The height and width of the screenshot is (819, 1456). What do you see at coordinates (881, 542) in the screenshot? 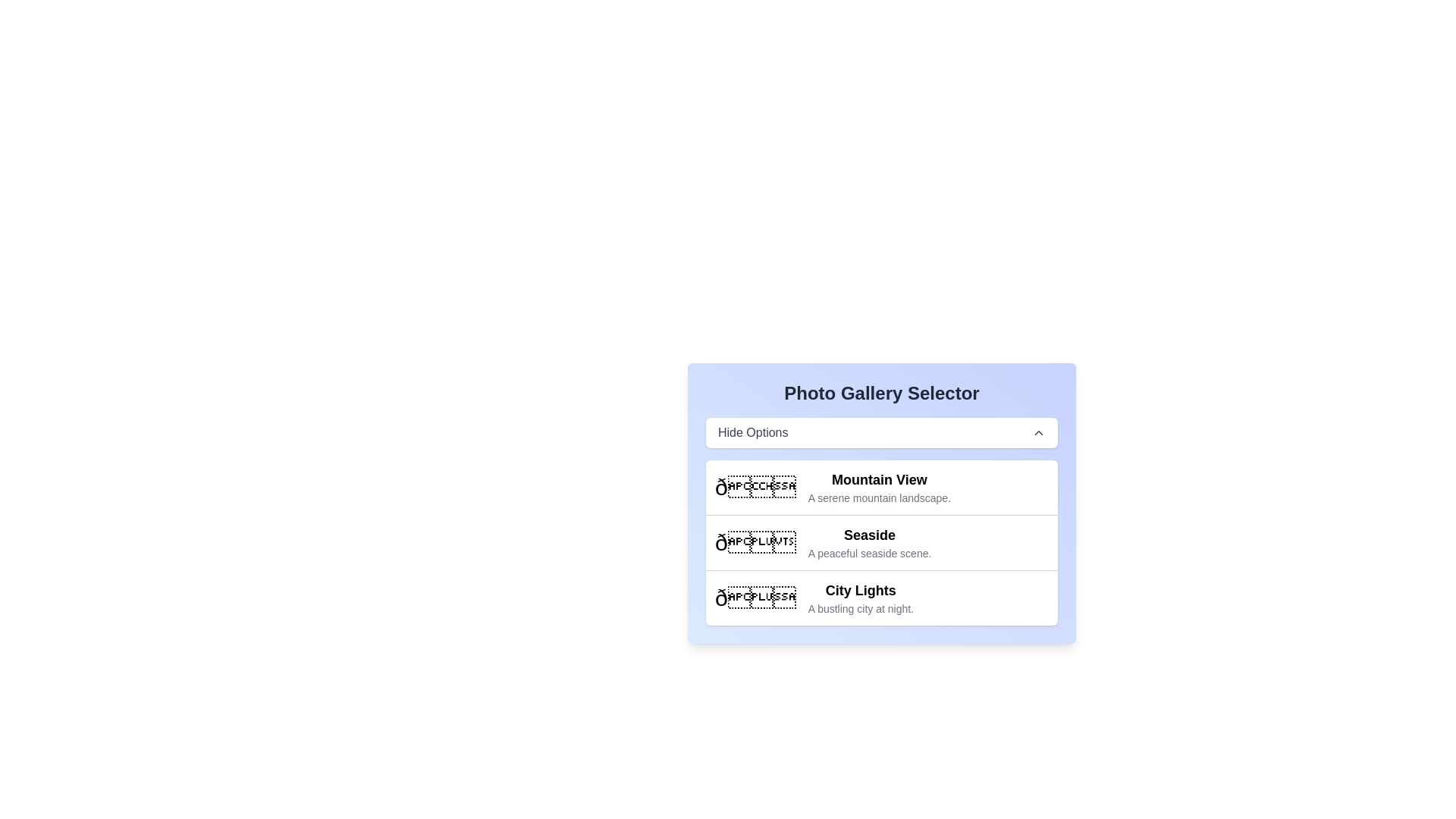
I see `the selectable card component representing a seaside scene, which is the middle card in a vertical stack of three cards under the 'Photo Gallery Selector.'` at bounding box center [881, 542].